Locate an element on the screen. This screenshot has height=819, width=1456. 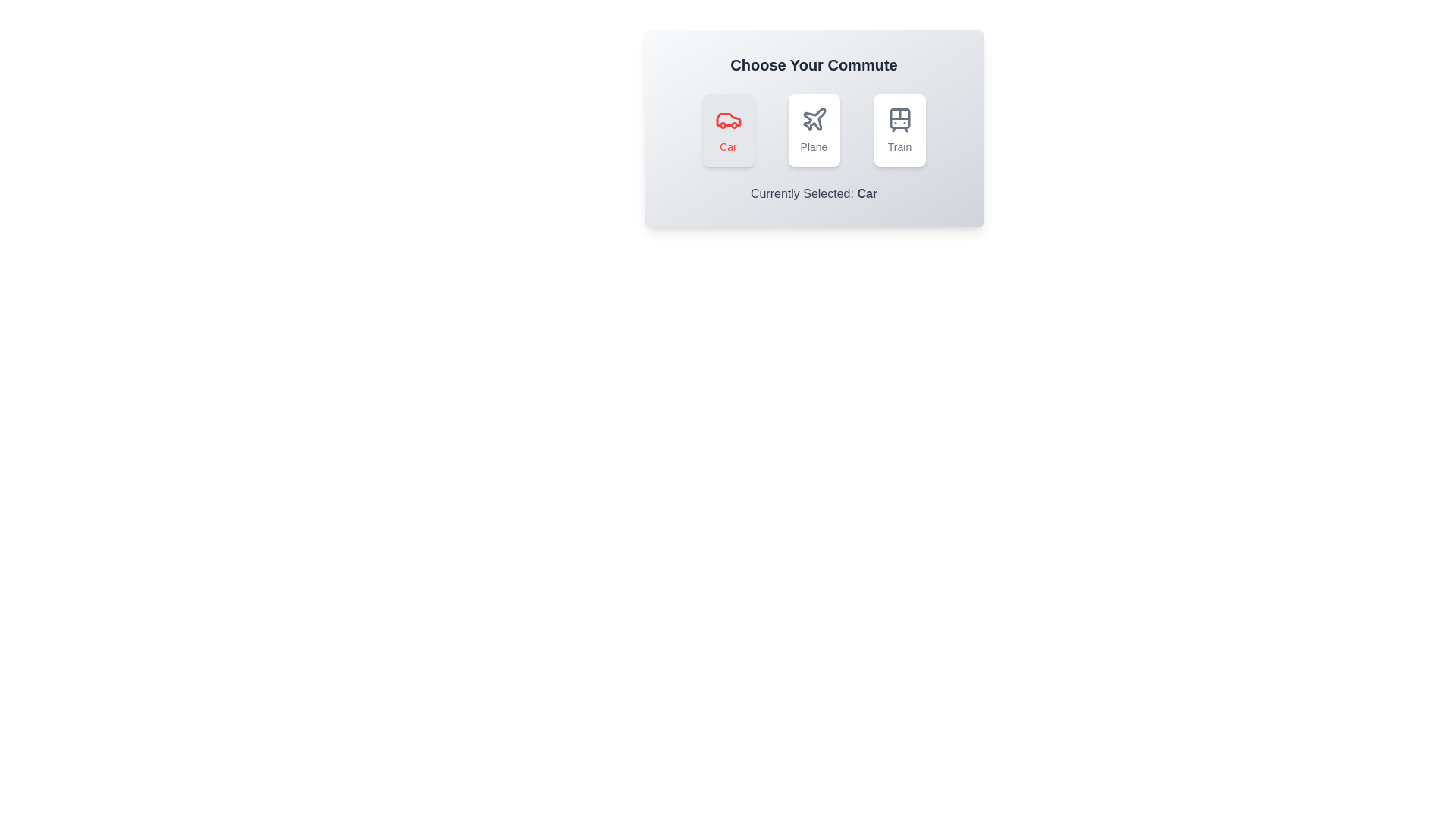
the button corresponding to the transportation mode Train is located at coordinates (899, 130).